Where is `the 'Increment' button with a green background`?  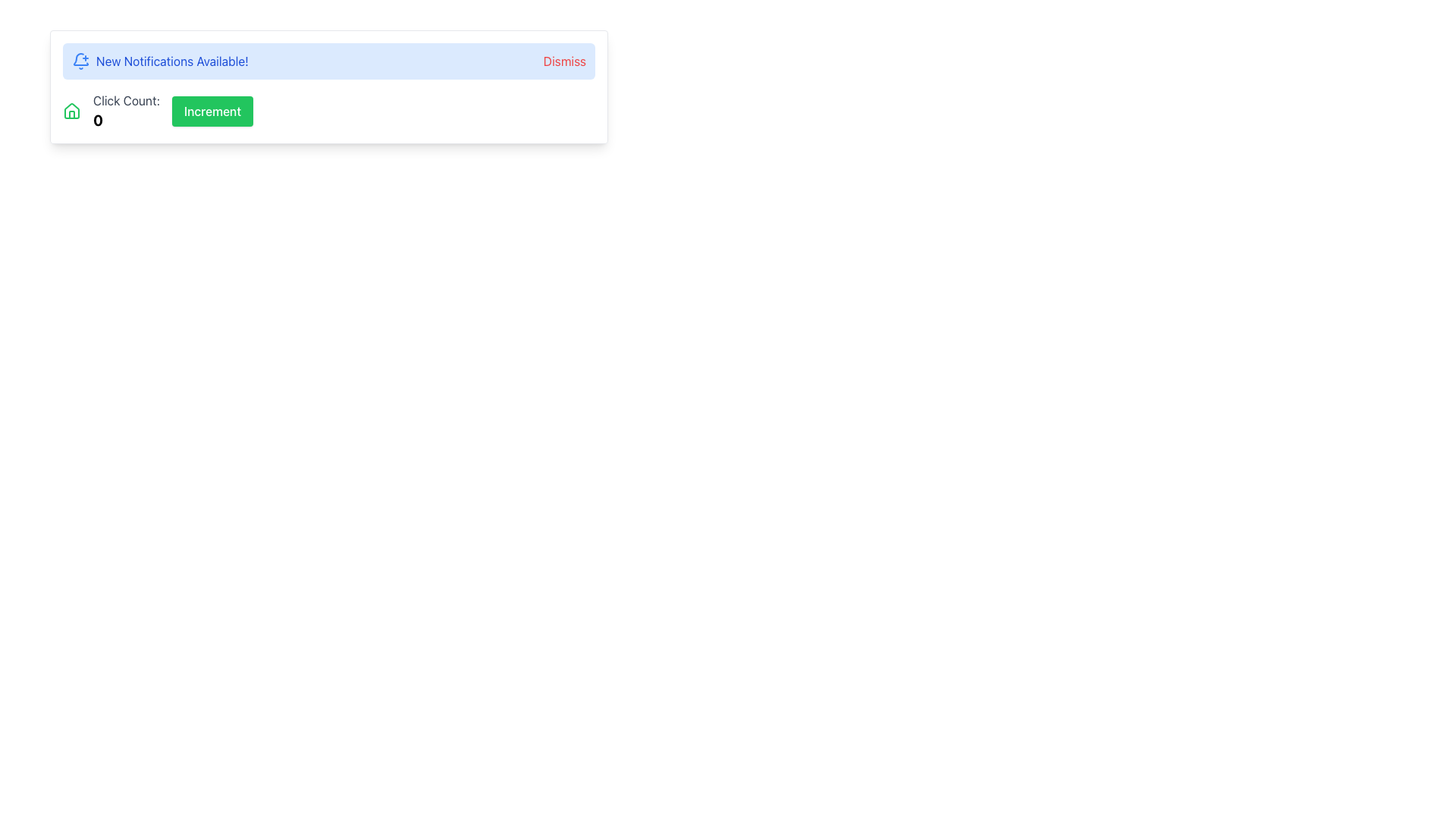 the 'Increment' button with a green background is located at coordinates (212, 110).